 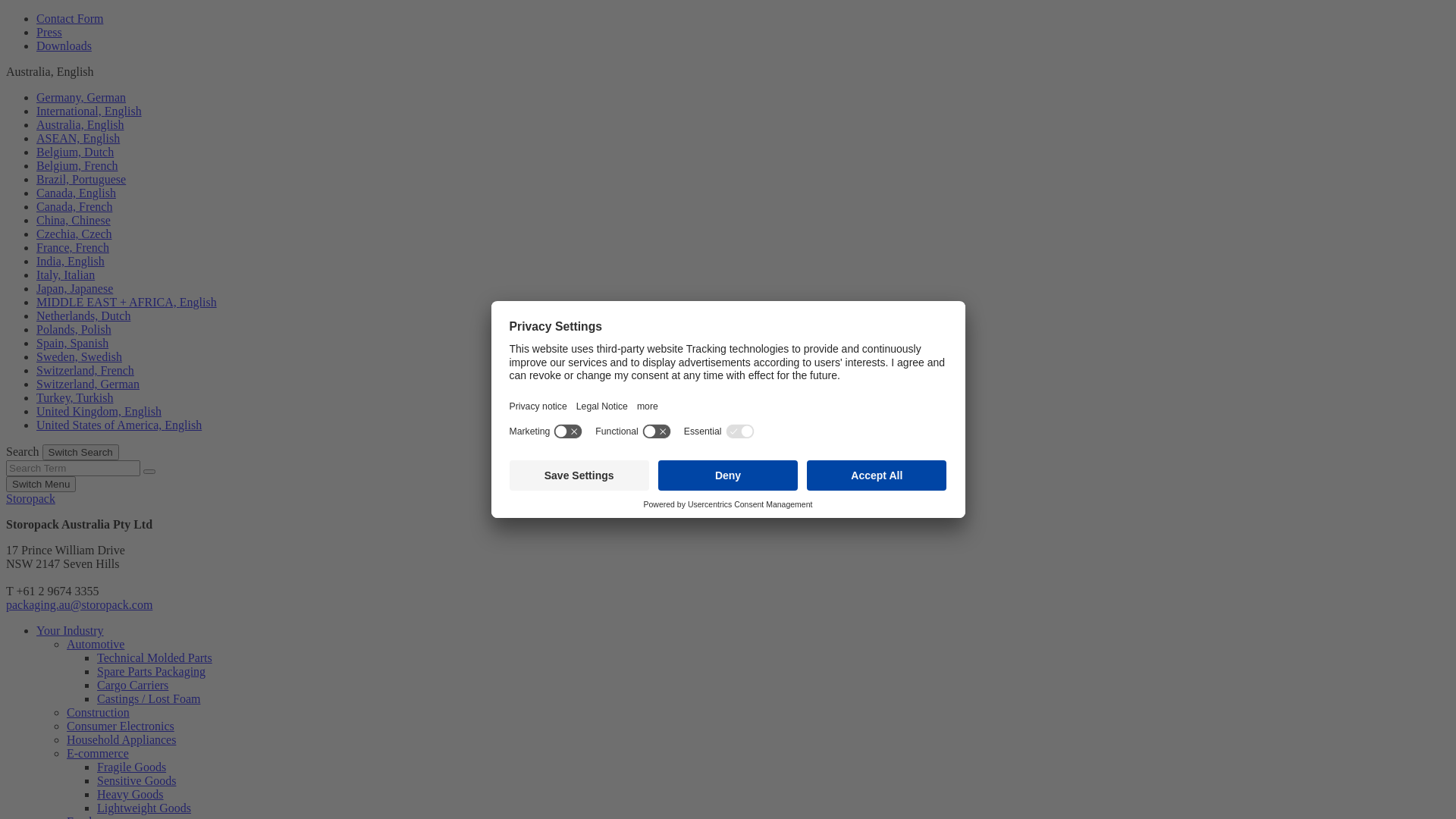 What do you see at coordinates (97, 712) in the screenshot?
I see `'Construction'` at bounding box center [97, 712].